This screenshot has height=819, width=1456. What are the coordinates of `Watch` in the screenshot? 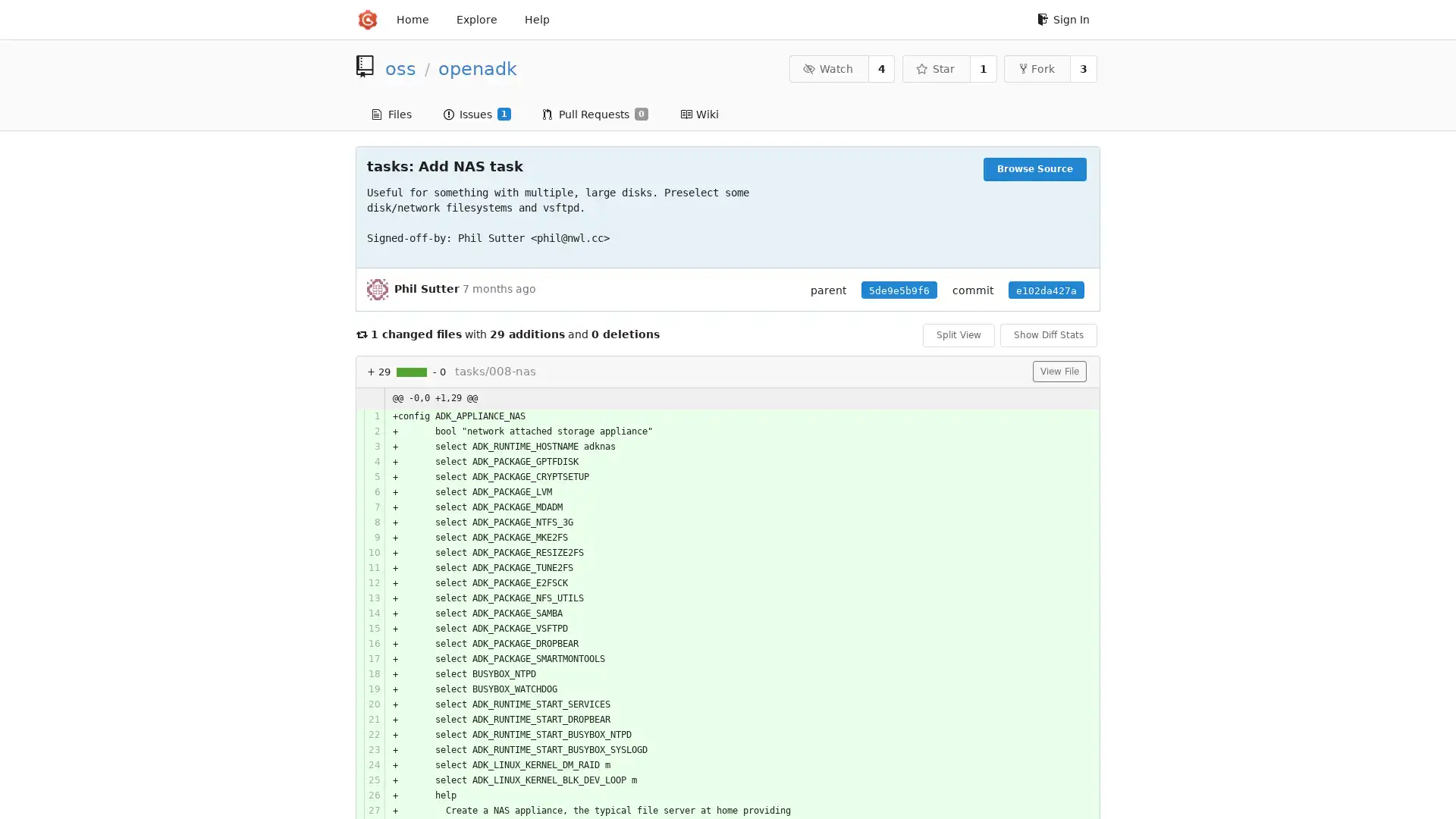 It's located at (828, 69).